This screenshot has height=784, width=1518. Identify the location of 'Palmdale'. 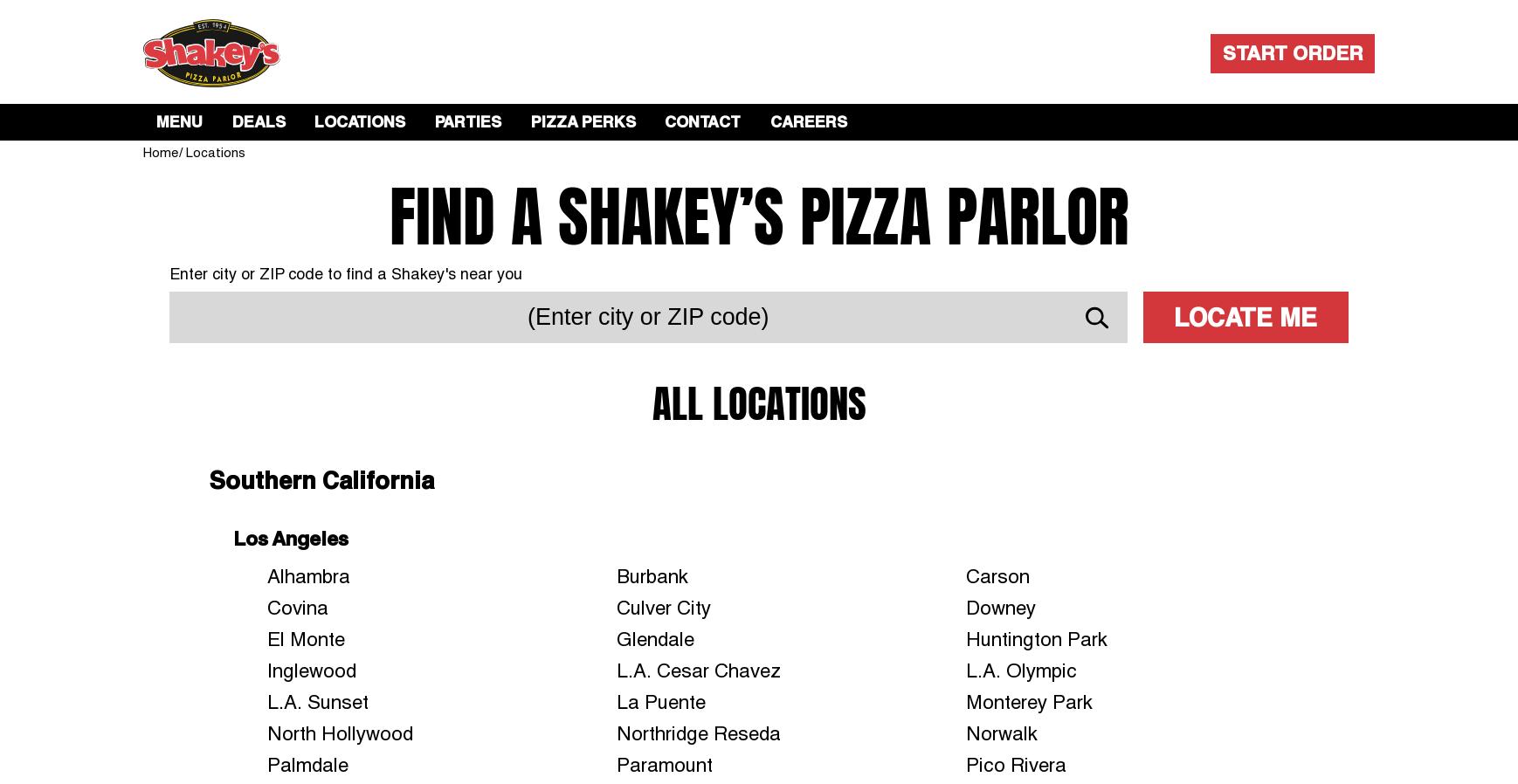
(307, 764).